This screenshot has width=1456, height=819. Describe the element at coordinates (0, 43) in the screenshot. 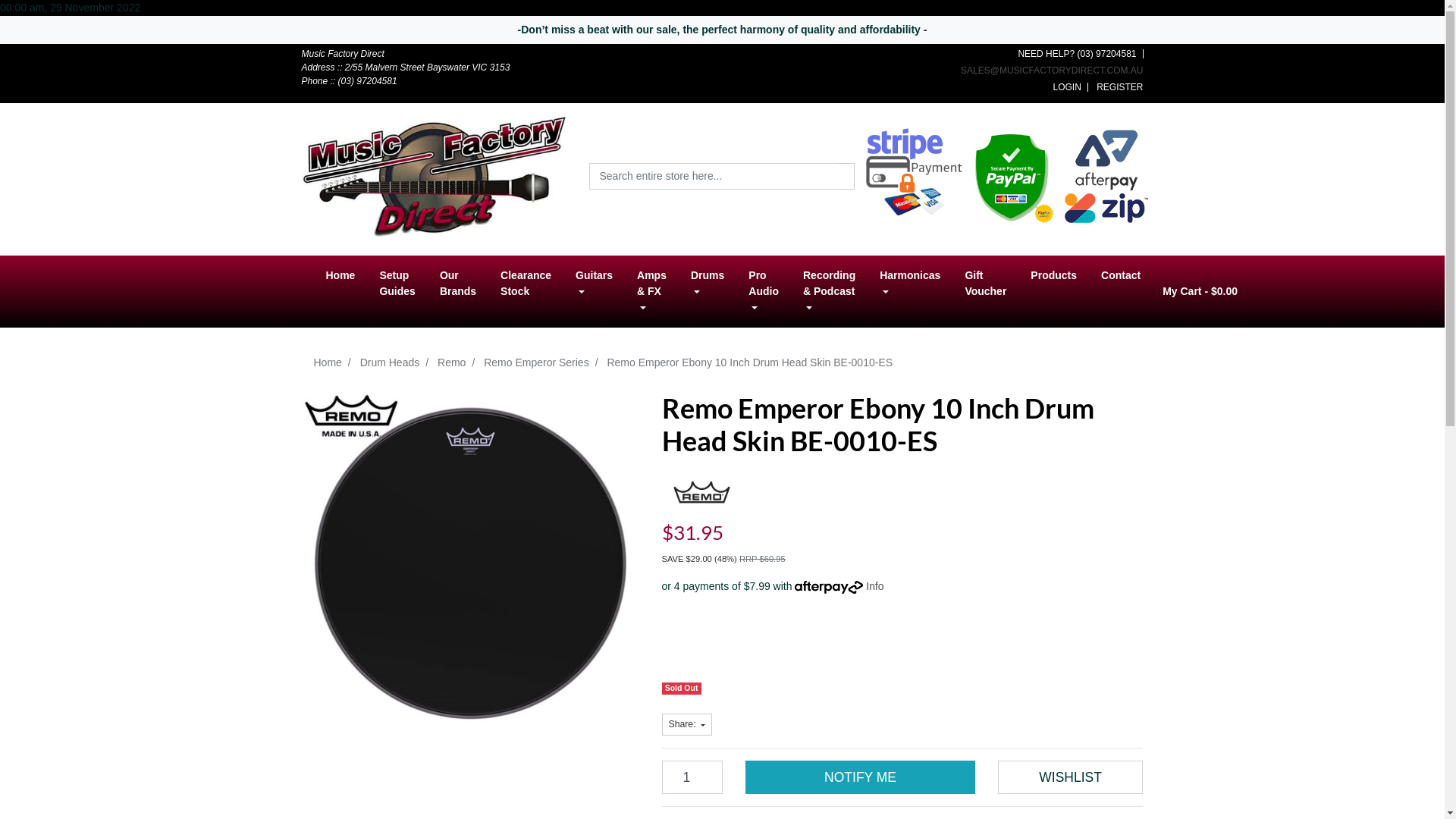

I see `'Skip to main content'` at that location.